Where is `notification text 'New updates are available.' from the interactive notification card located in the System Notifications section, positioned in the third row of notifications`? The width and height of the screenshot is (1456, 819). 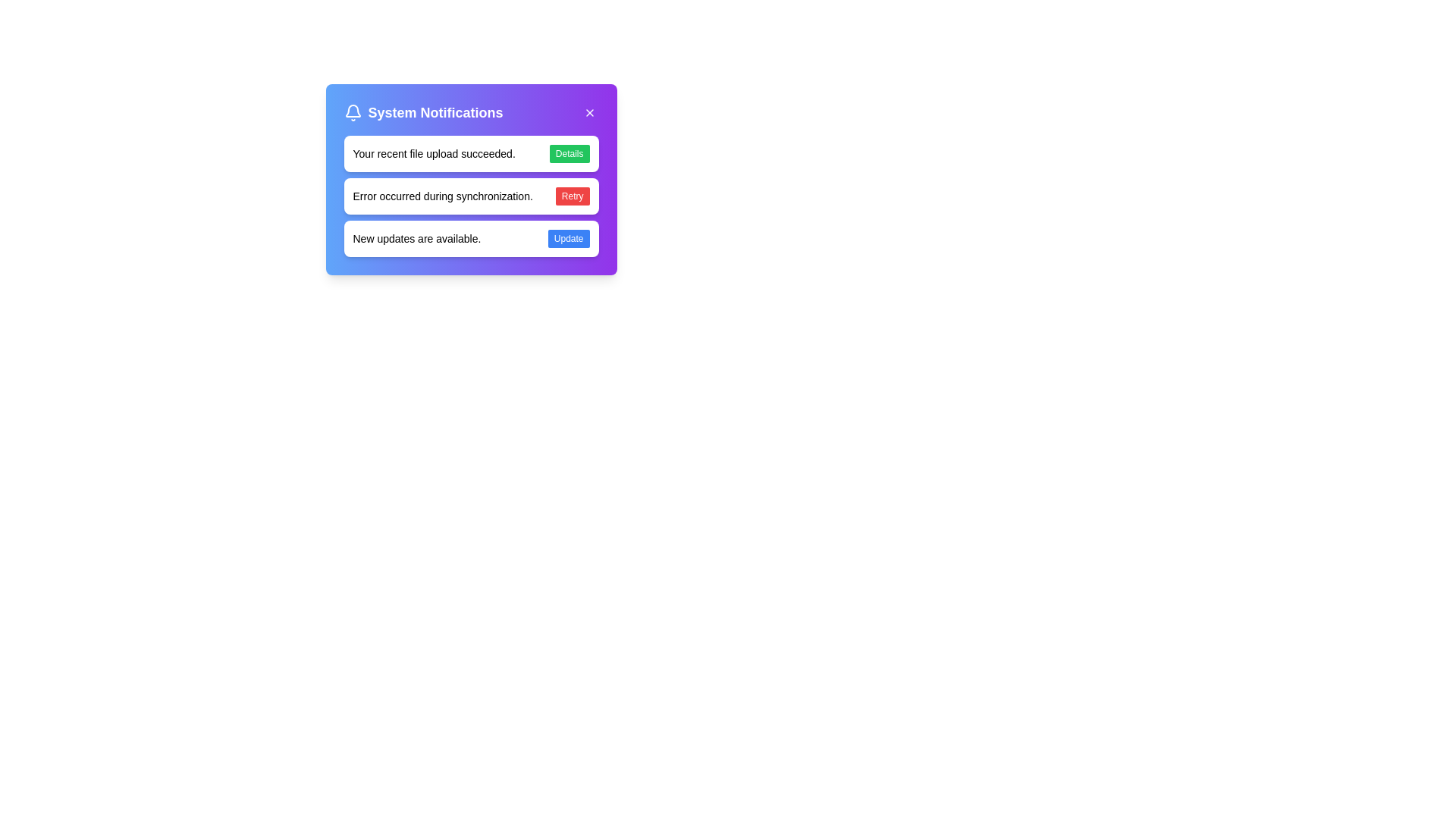 notification text 'New updates are available.' from the interactive notification card located in the System Notifications section, positioned in the third row of notifications is located at coordinates (470, 239).